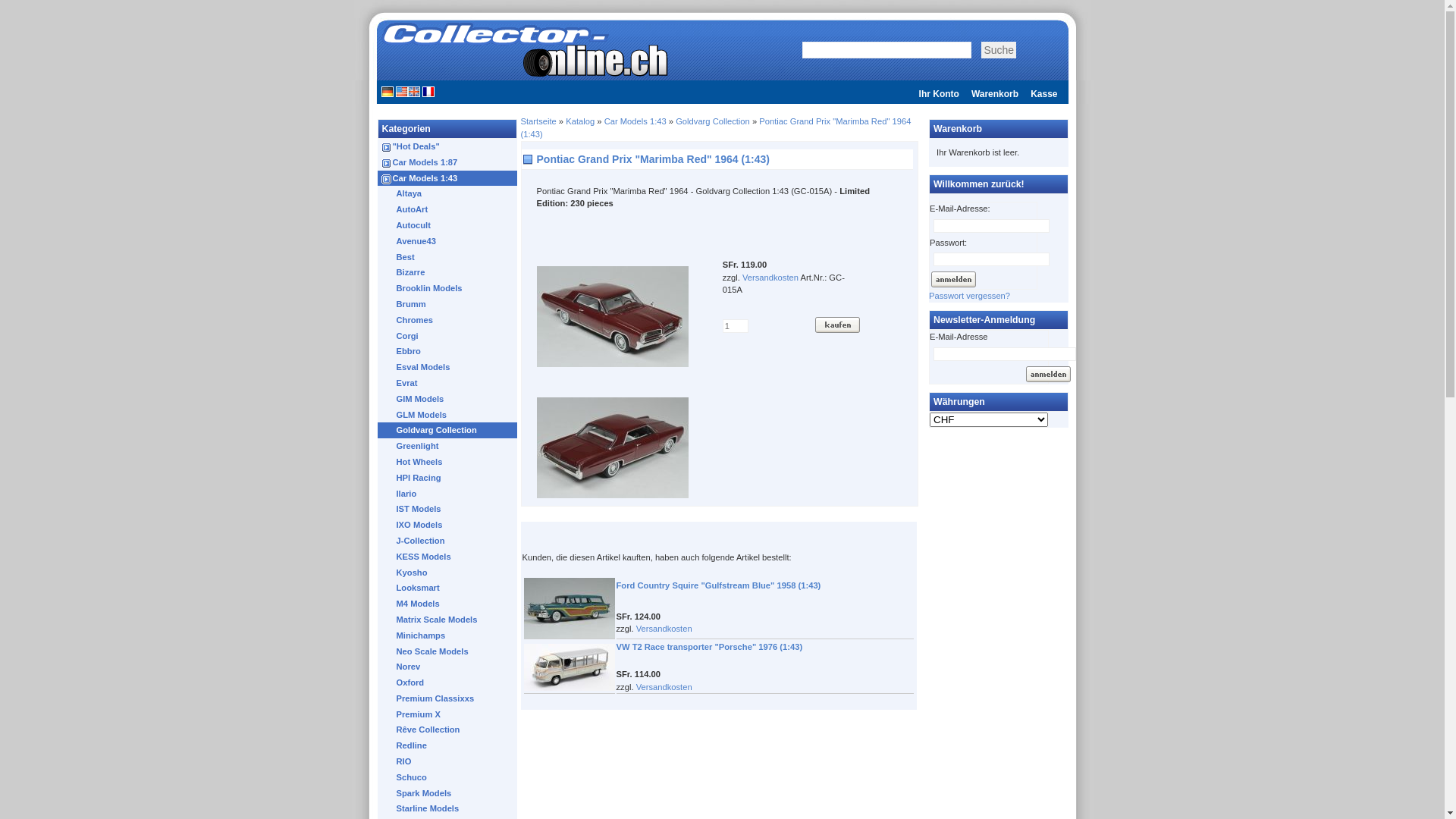  What do you see at coordinates (449, 319) in the screenshot?
I see `'Chromes'` at bounding box center [449, 319].